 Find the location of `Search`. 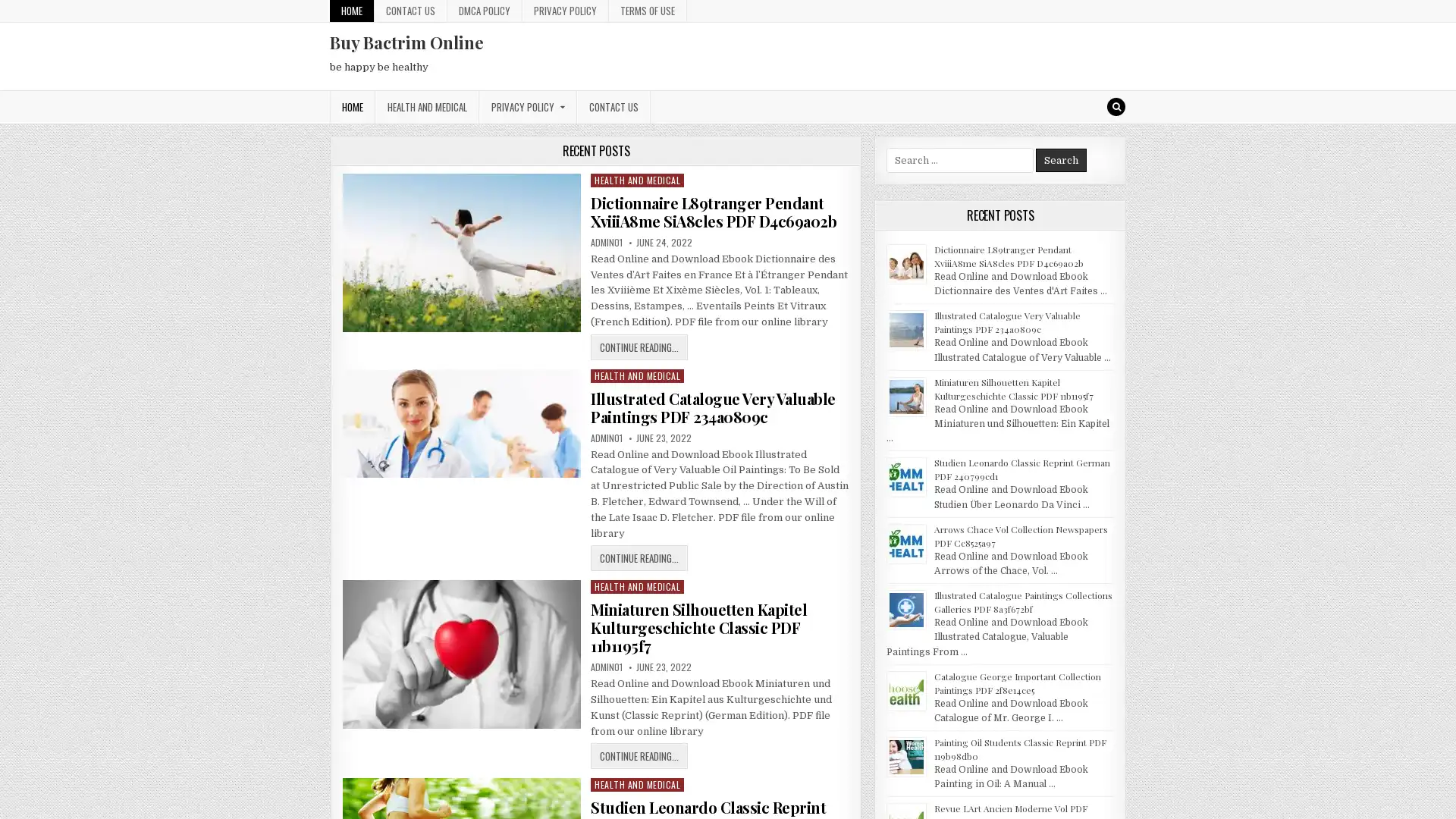

Search is located at coordinates (1060, 160).